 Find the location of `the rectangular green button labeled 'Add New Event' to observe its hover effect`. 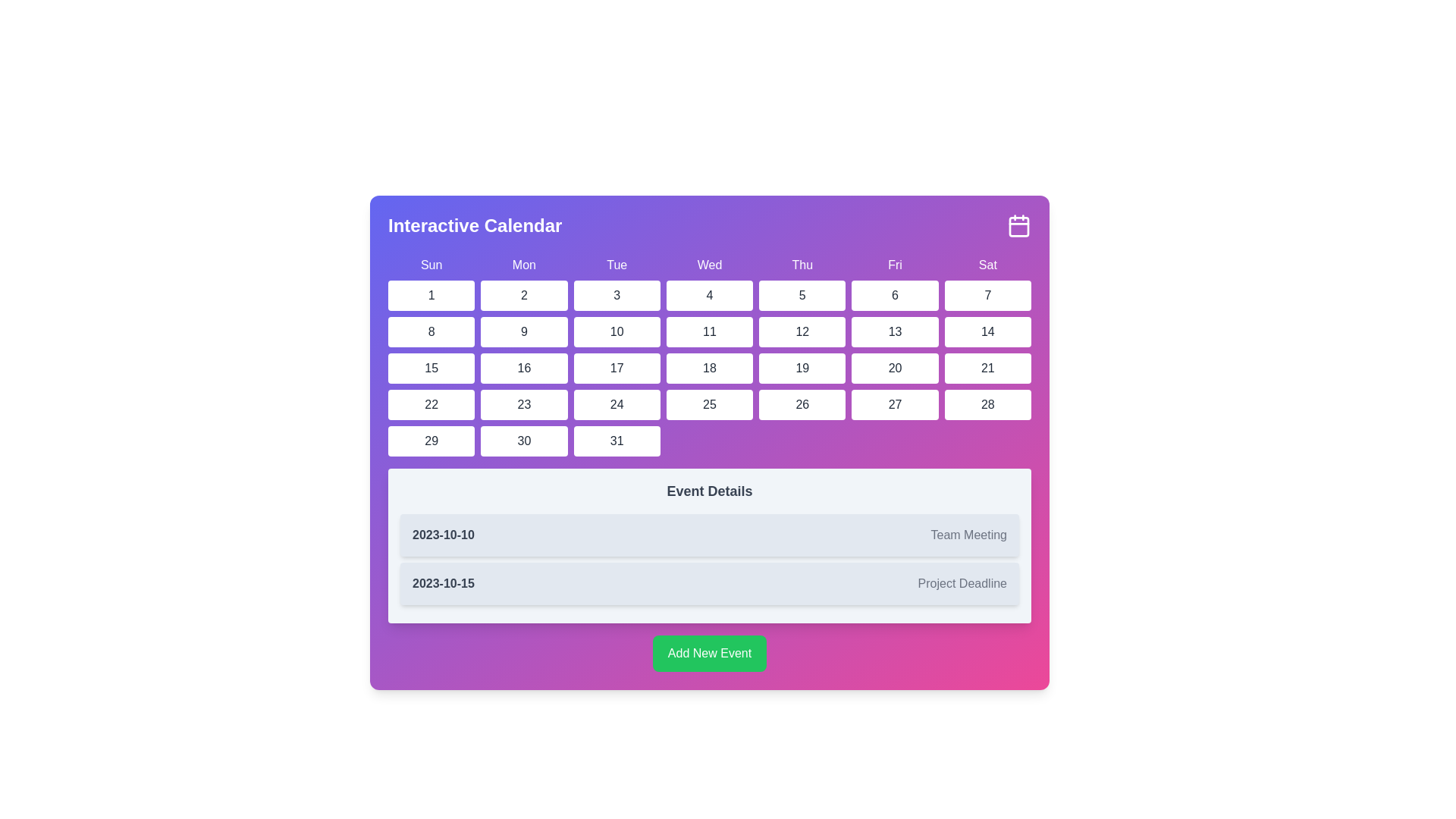

the rectangular green button labeled 'Add New Event' to observe its hover effect is located at coordinates (709, 652).